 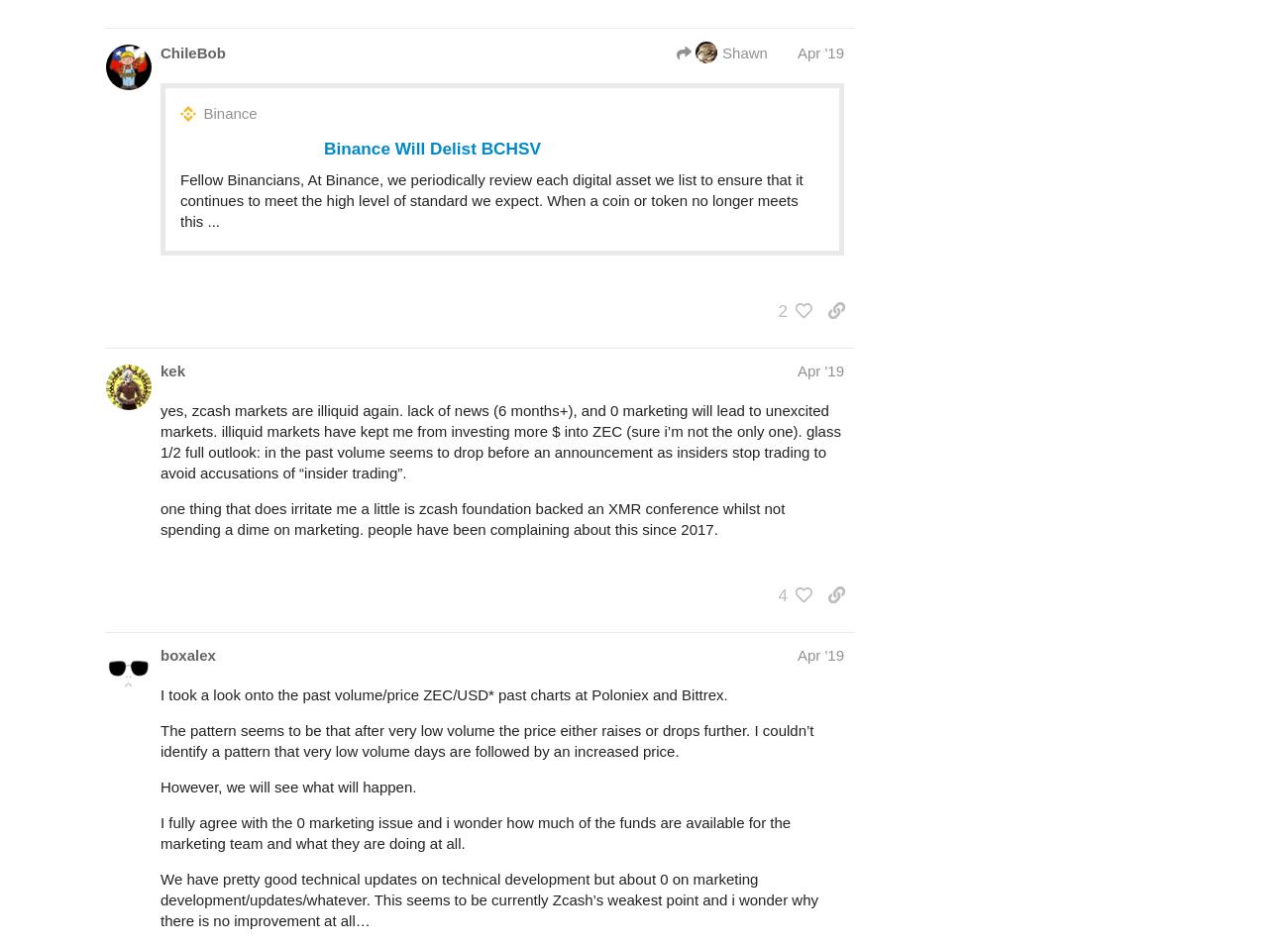 What do you see at coordinates (172, 369) in the screenshot?
I see `'kek'` at bounding box center [172, 369].